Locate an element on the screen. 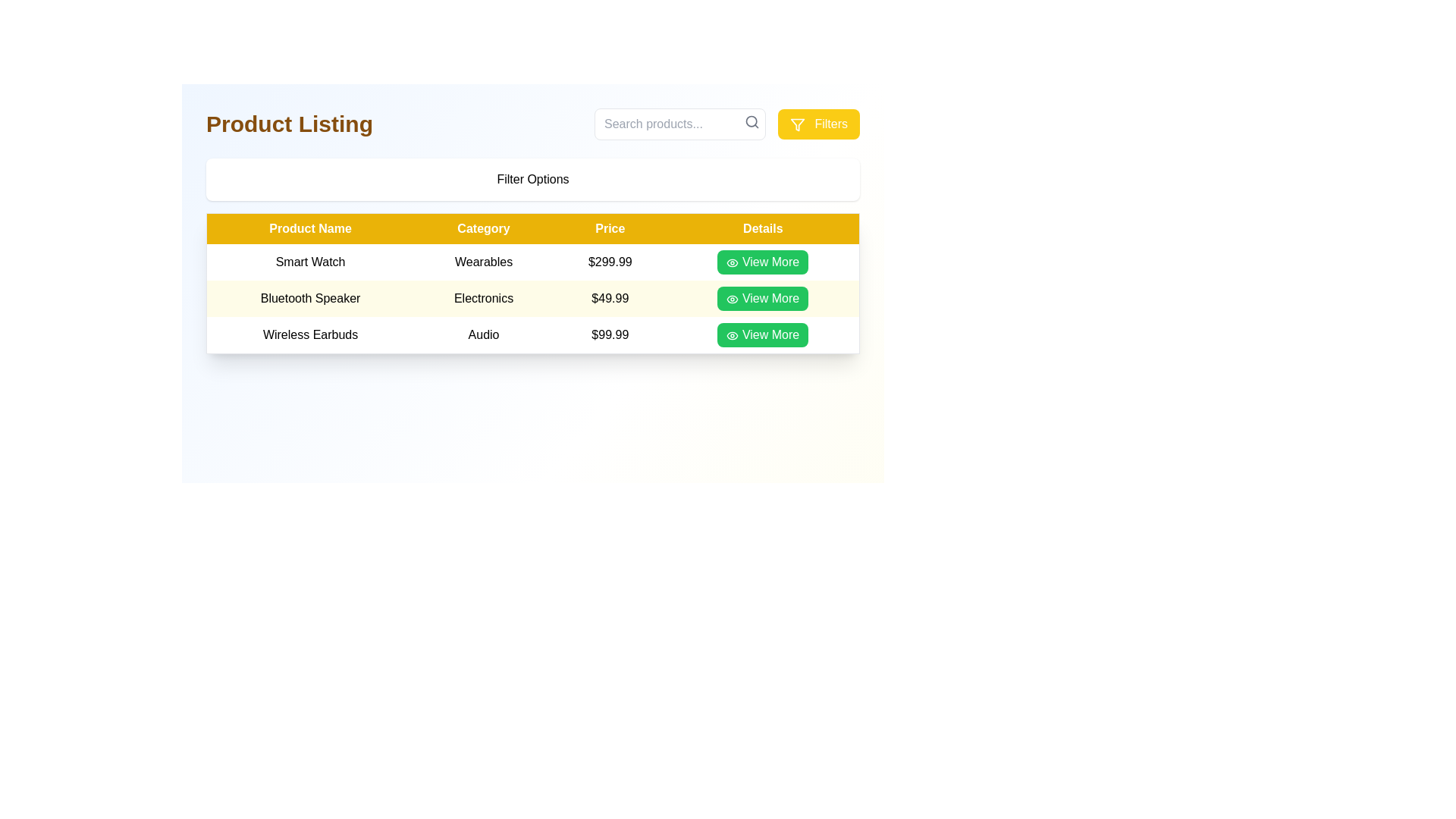 This screenshot has height=819, width=1456. the search action icon located at the top-right corner inside the 'Search products...' input field to initiate a search is located at coordinates (752, 121).